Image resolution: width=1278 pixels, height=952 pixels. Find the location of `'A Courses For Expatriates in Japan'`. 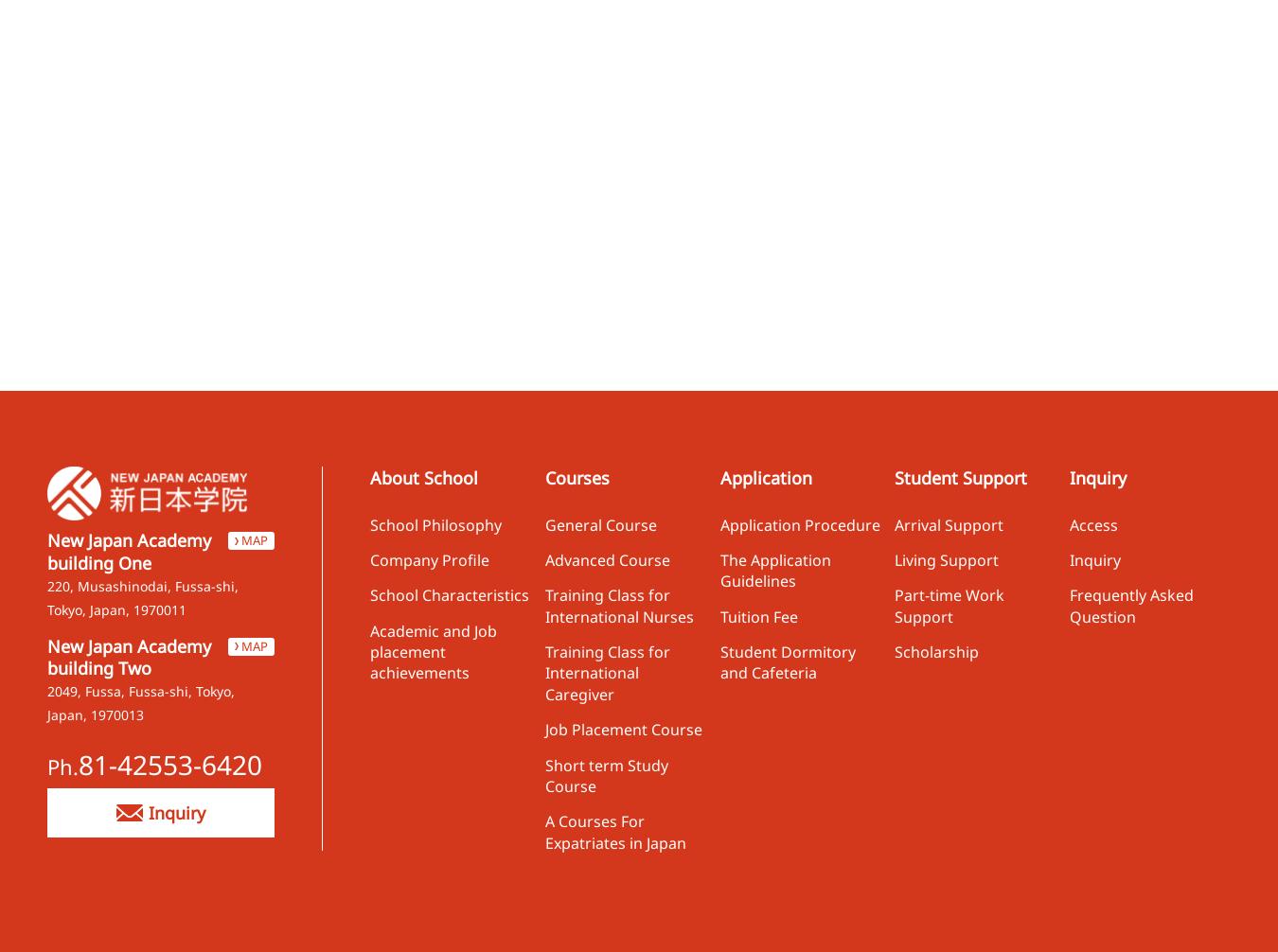

'A Courses For Expatriates in Japan' is located at coordinates (614, 831).